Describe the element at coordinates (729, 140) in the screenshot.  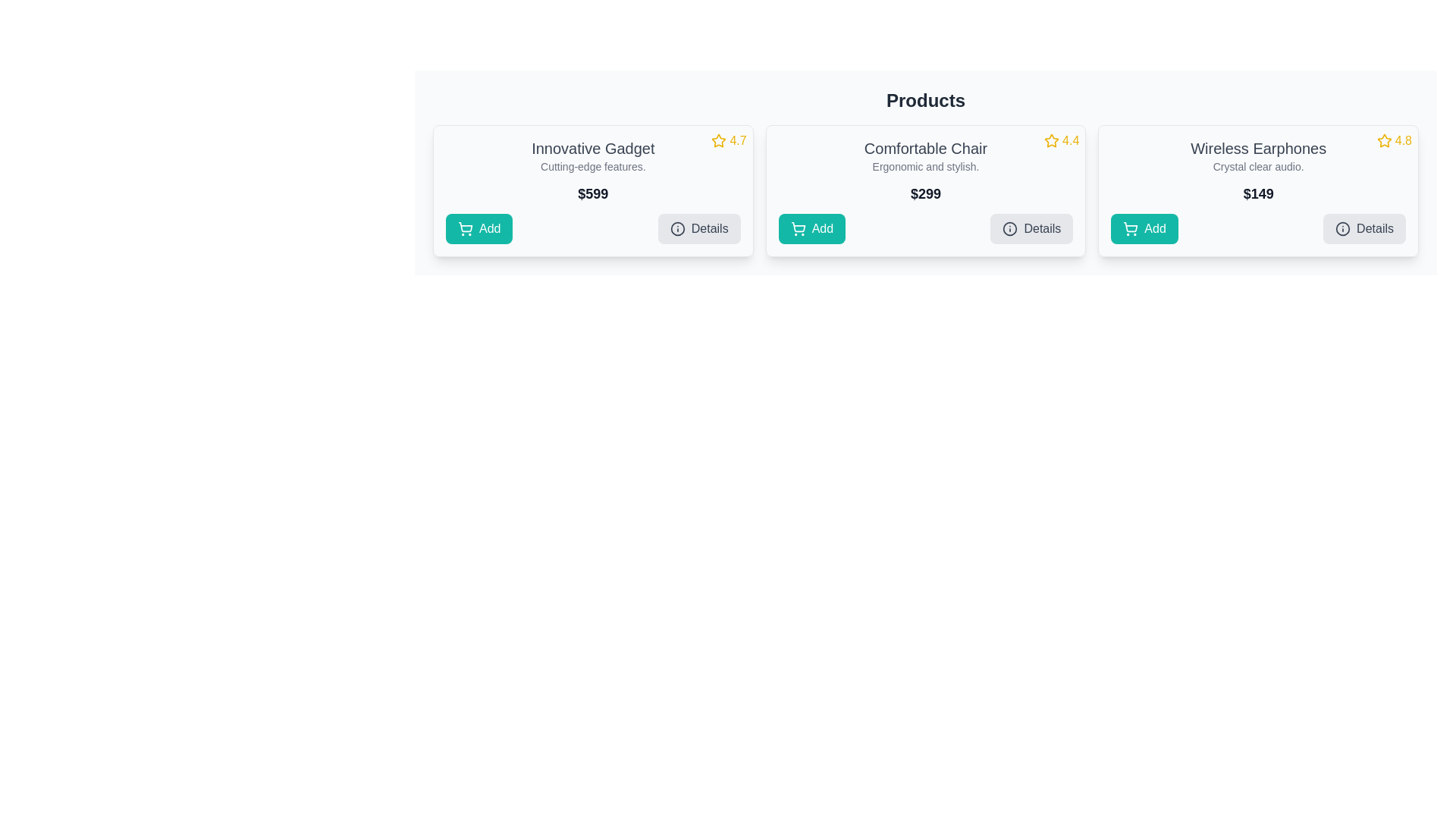
I see `rating displayed on the star icon in the top-right corner of the product card, which shows a score of 4.7` at that location.